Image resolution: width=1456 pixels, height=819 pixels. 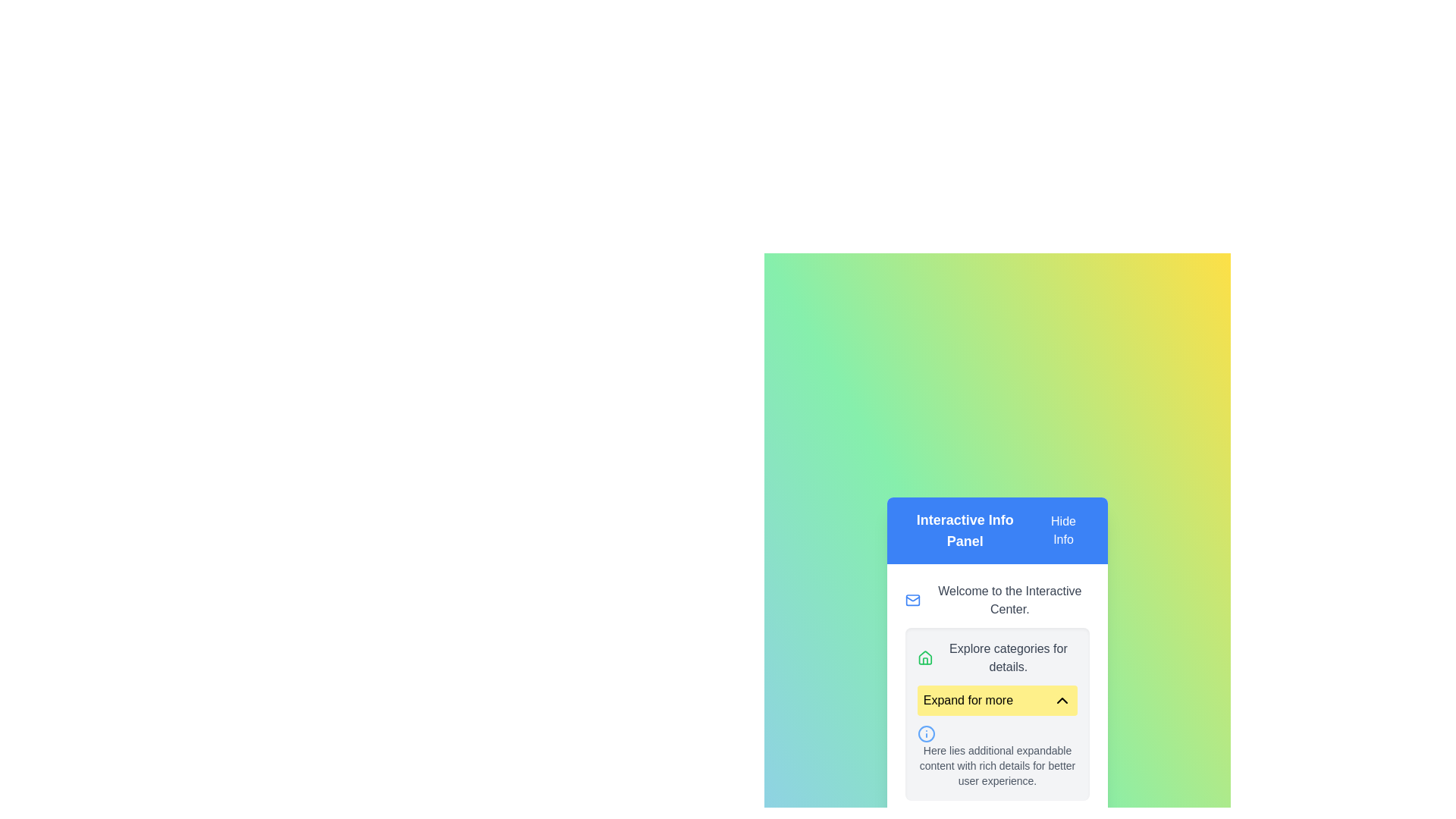 I want to click on the green house-shaped icon located to the left of the text 'Explore categories for details' in the central panel, so click(x=924, y=657).